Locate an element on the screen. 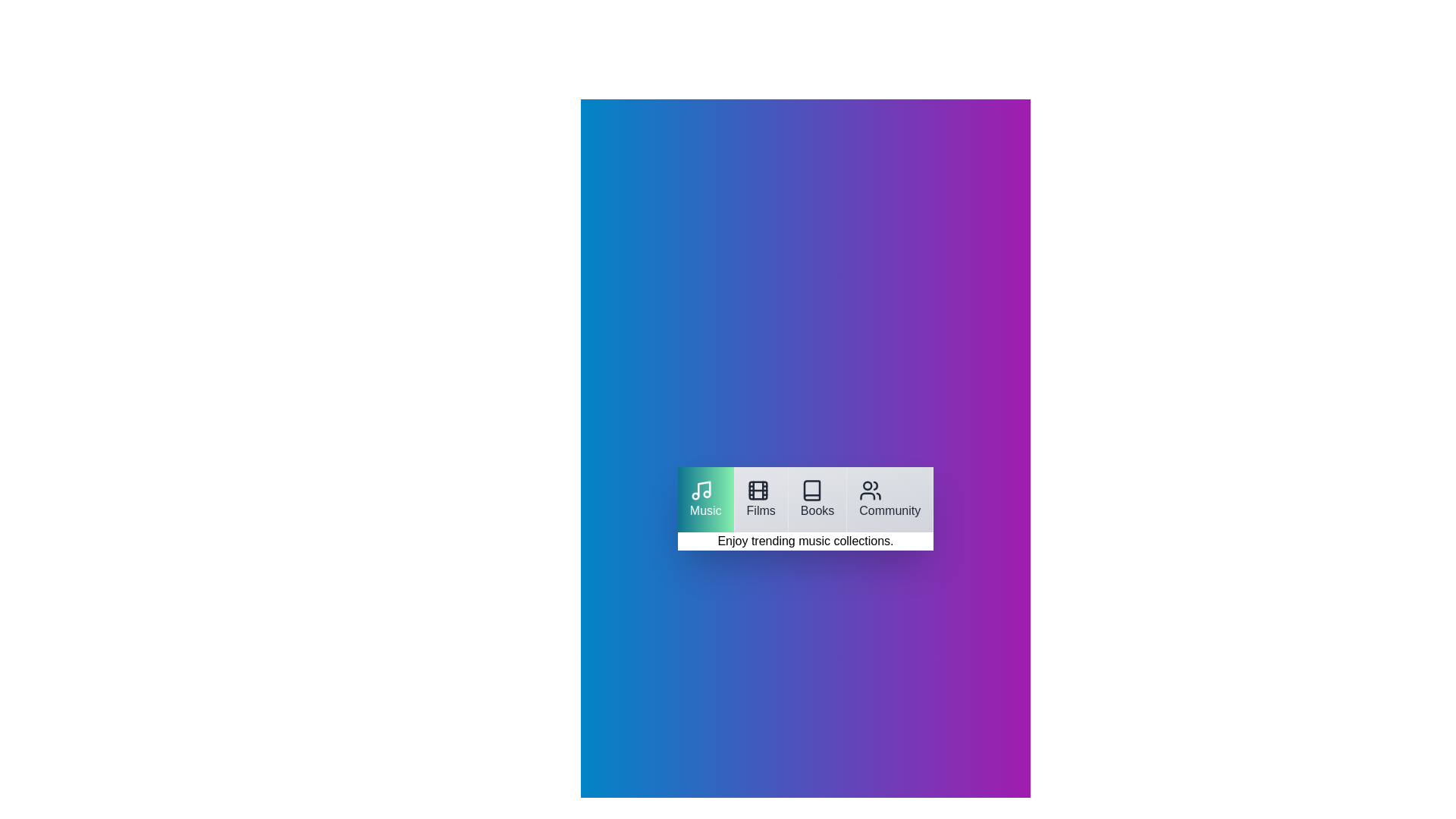  the 'Community' button, which features an icon of two user silhouettes and is located to the right of the 'Books' button is located at coordinates (890, 500).